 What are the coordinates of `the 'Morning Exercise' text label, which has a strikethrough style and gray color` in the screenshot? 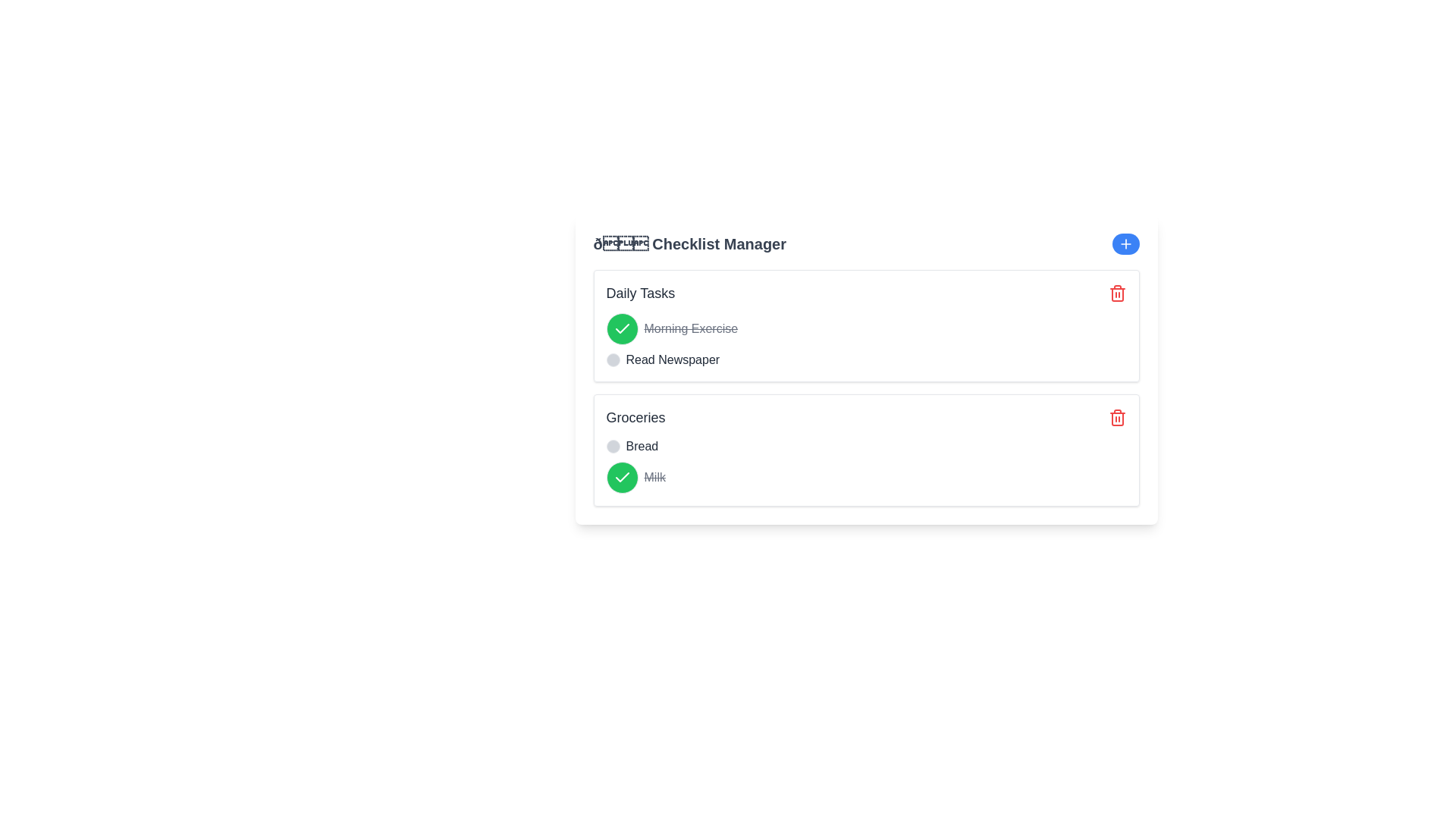 It's located at (690, 328).